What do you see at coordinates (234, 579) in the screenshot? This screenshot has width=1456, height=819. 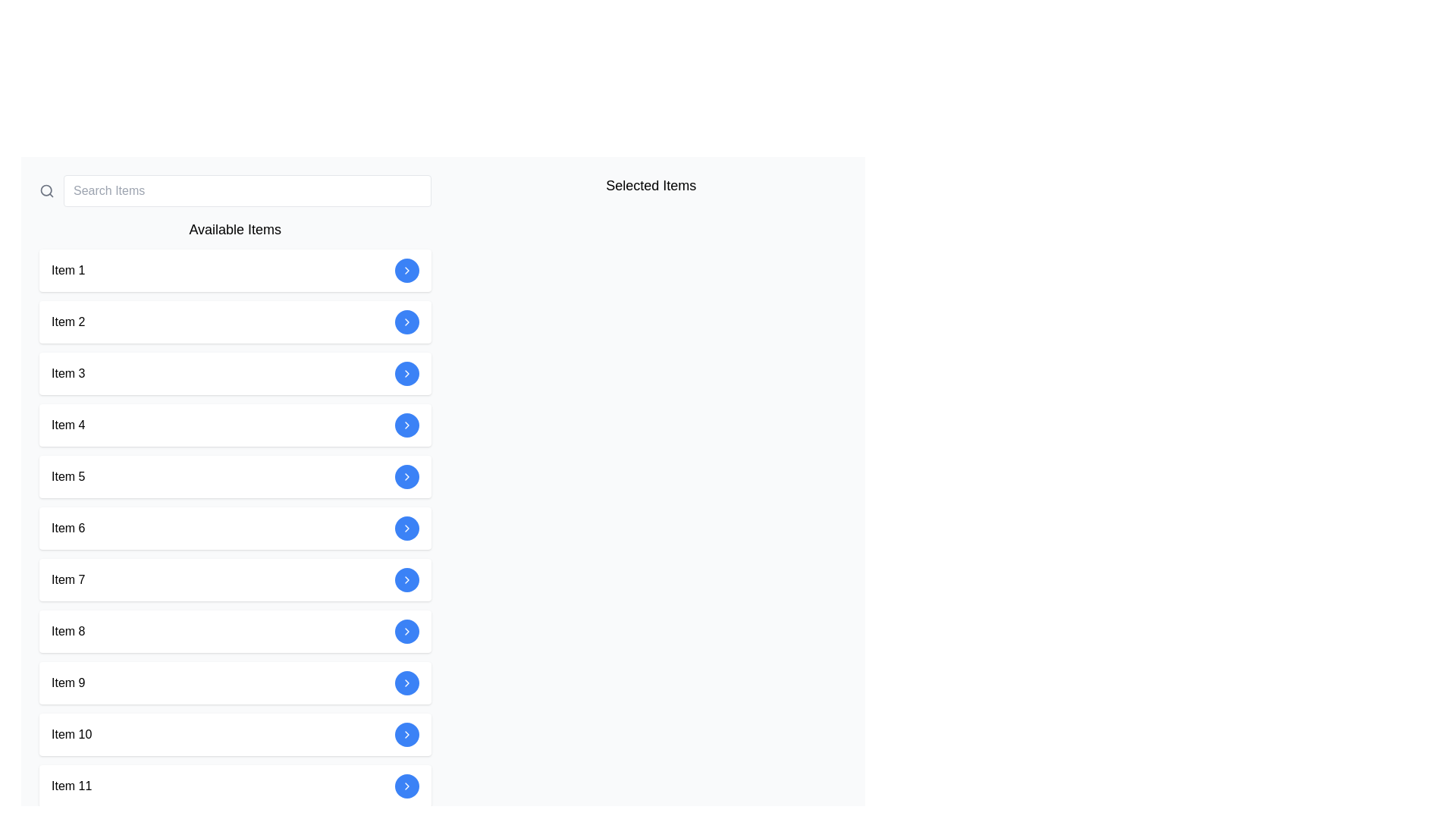 I see `the selectable list item representing 'Item 7' to proceed with the associated action` at bounding box center [234, 579].